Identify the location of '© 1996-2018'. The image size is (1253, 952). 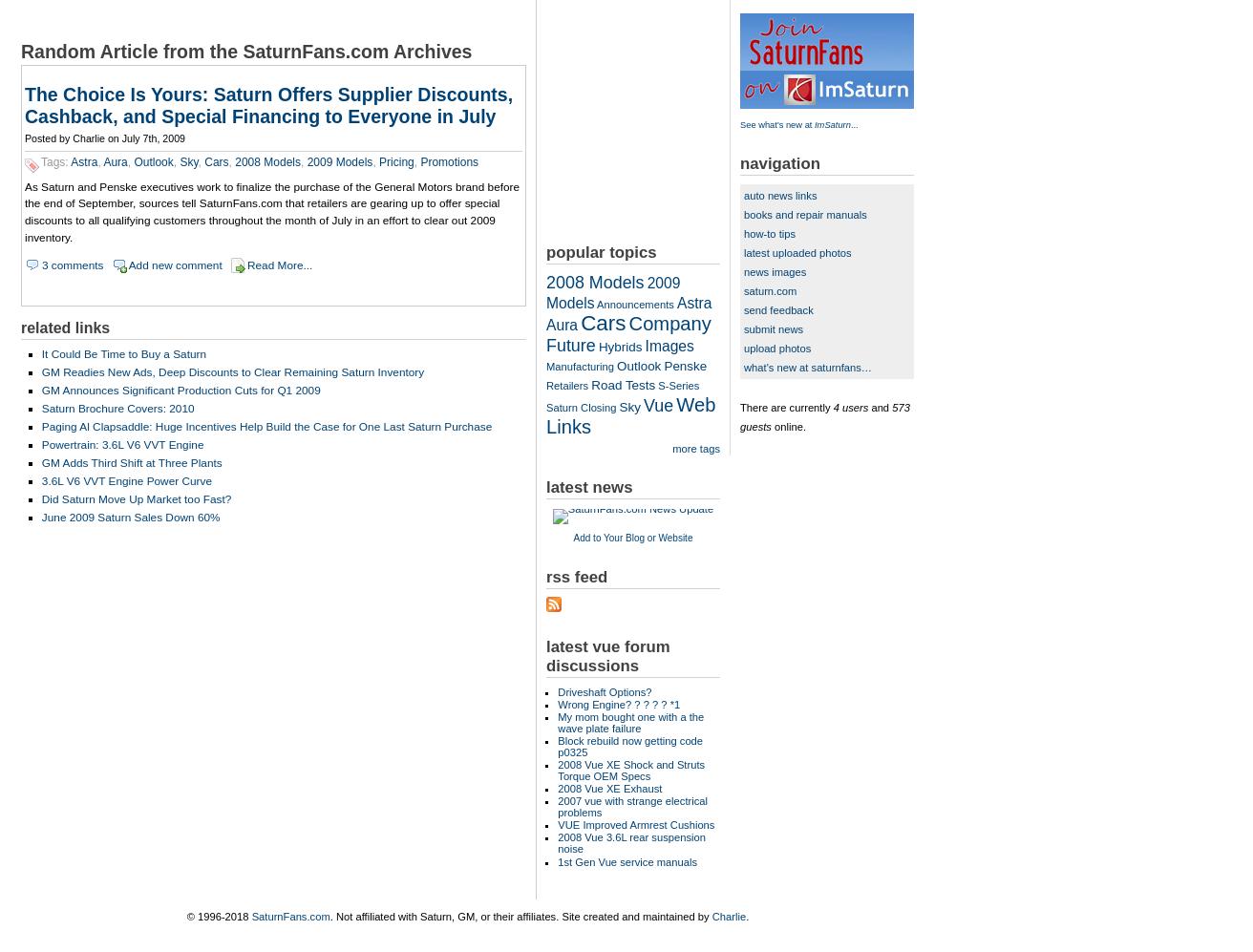
(217, 915).